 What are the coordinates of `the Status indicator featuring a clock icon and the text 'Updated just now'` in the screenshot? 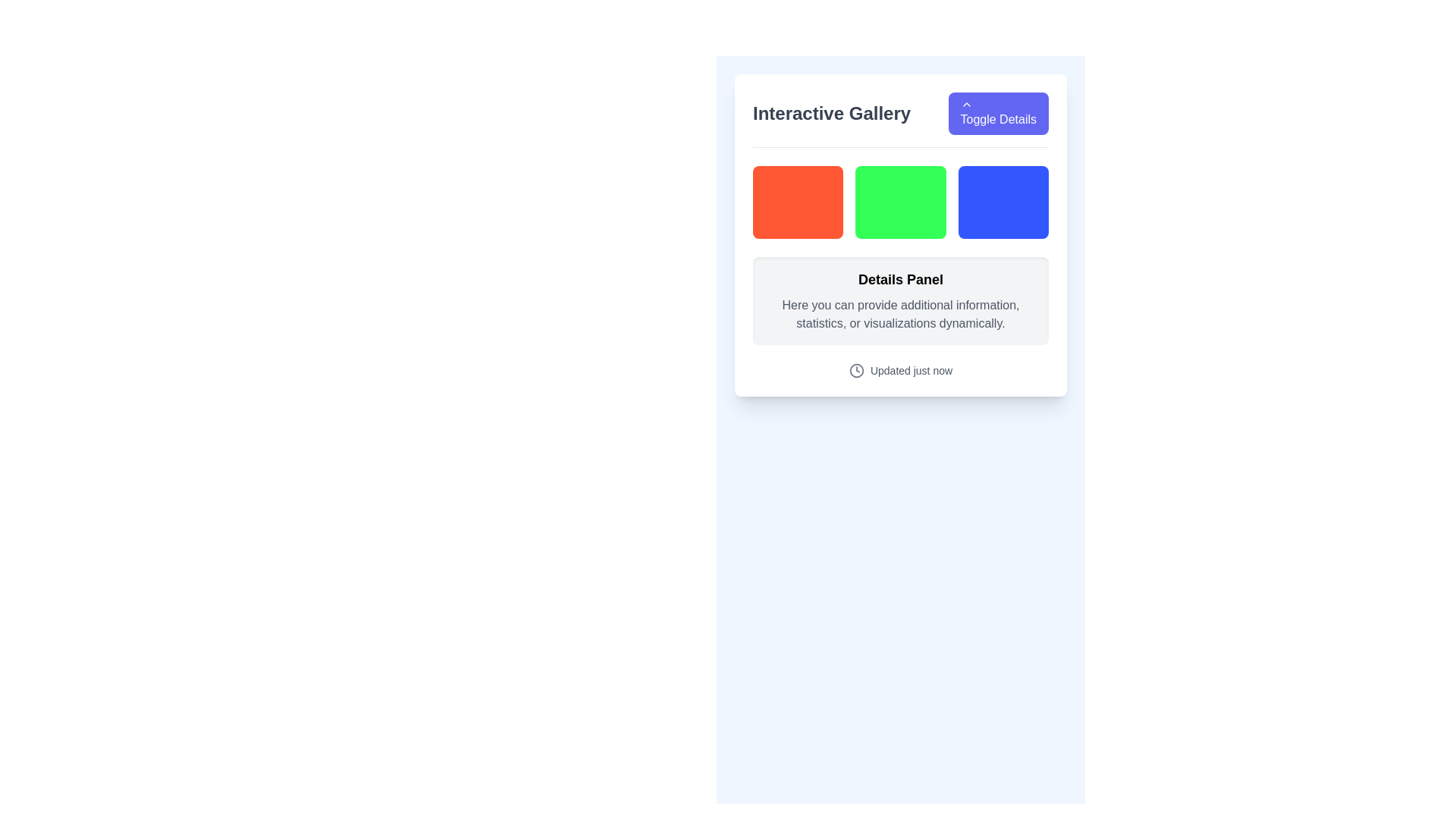 It's located at (901, 371).